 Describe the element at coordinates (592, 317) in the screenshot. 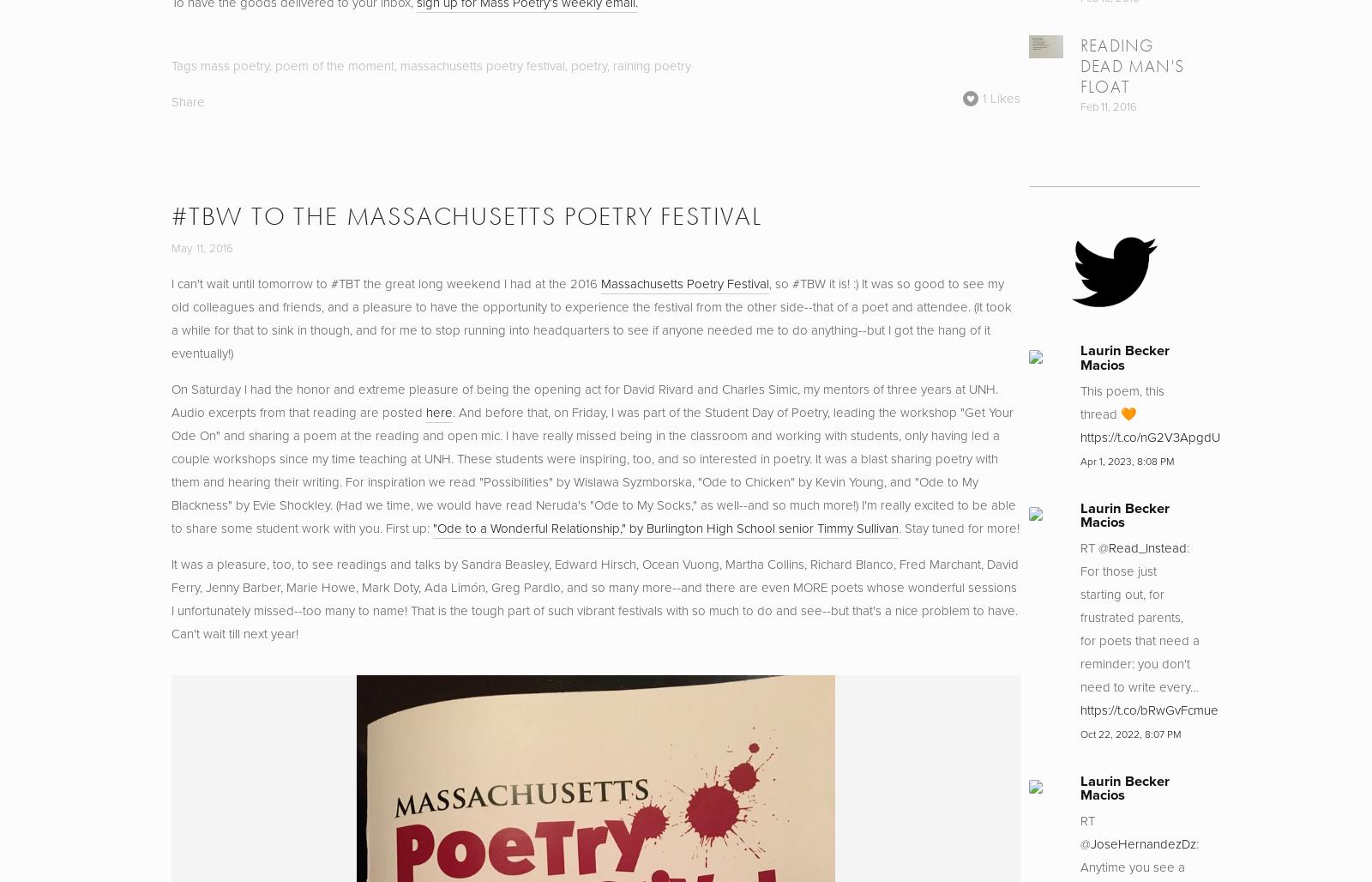

I see `', so #TBW it is! :) It was so good to see my old colleagues and friends, and a pleasure to have the opportunity to experience the festival from the other side--that of a poet and attendee. (It took a while for that to sink in though, and for me to stop running into headquarters to see if anyone needed me to do anything--but I got the hang of it eventually!)'` at that location.